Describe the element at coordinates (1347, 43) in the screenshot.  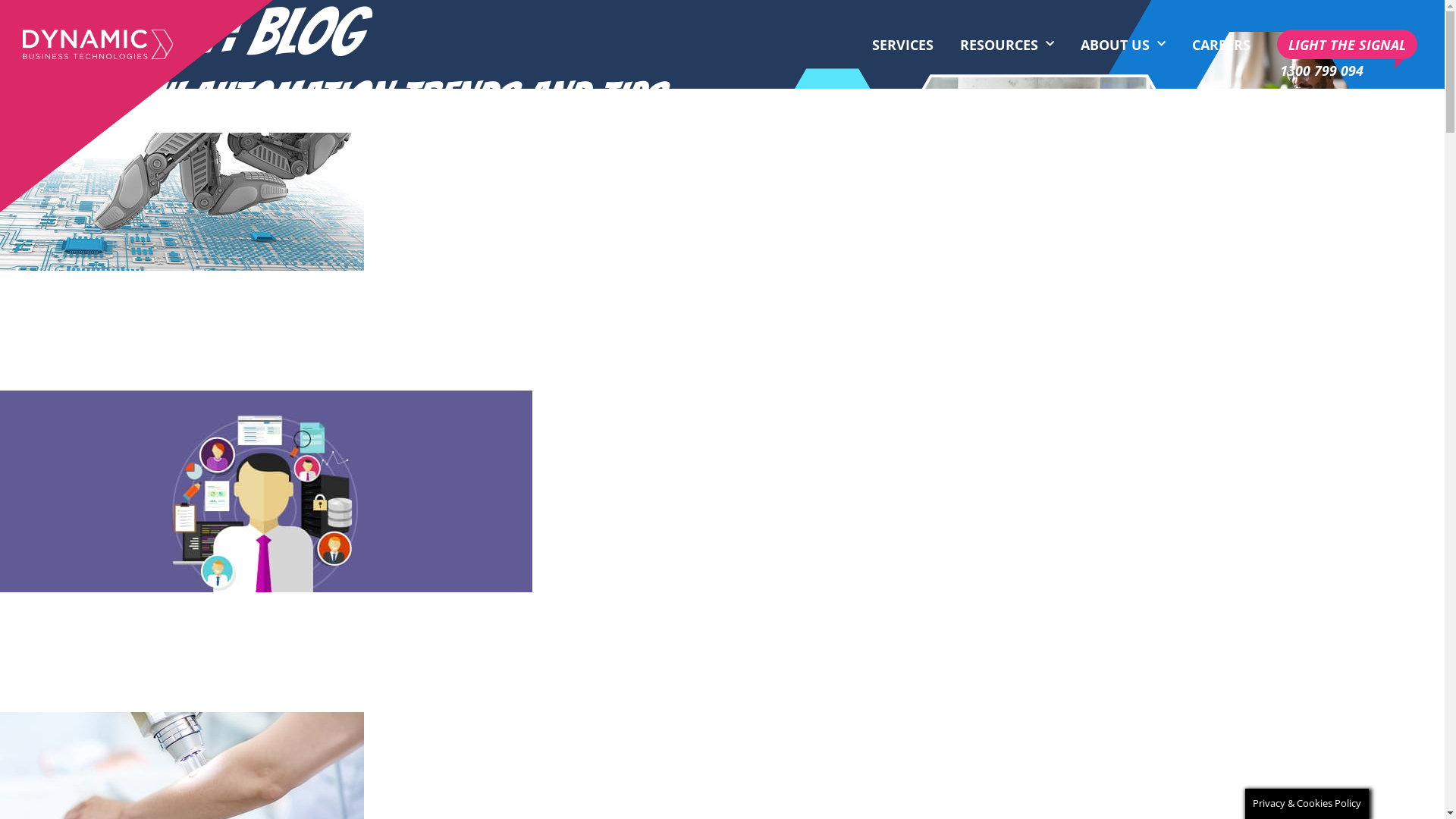
I see `'LIGHT THE SIGNAL'` at that location.